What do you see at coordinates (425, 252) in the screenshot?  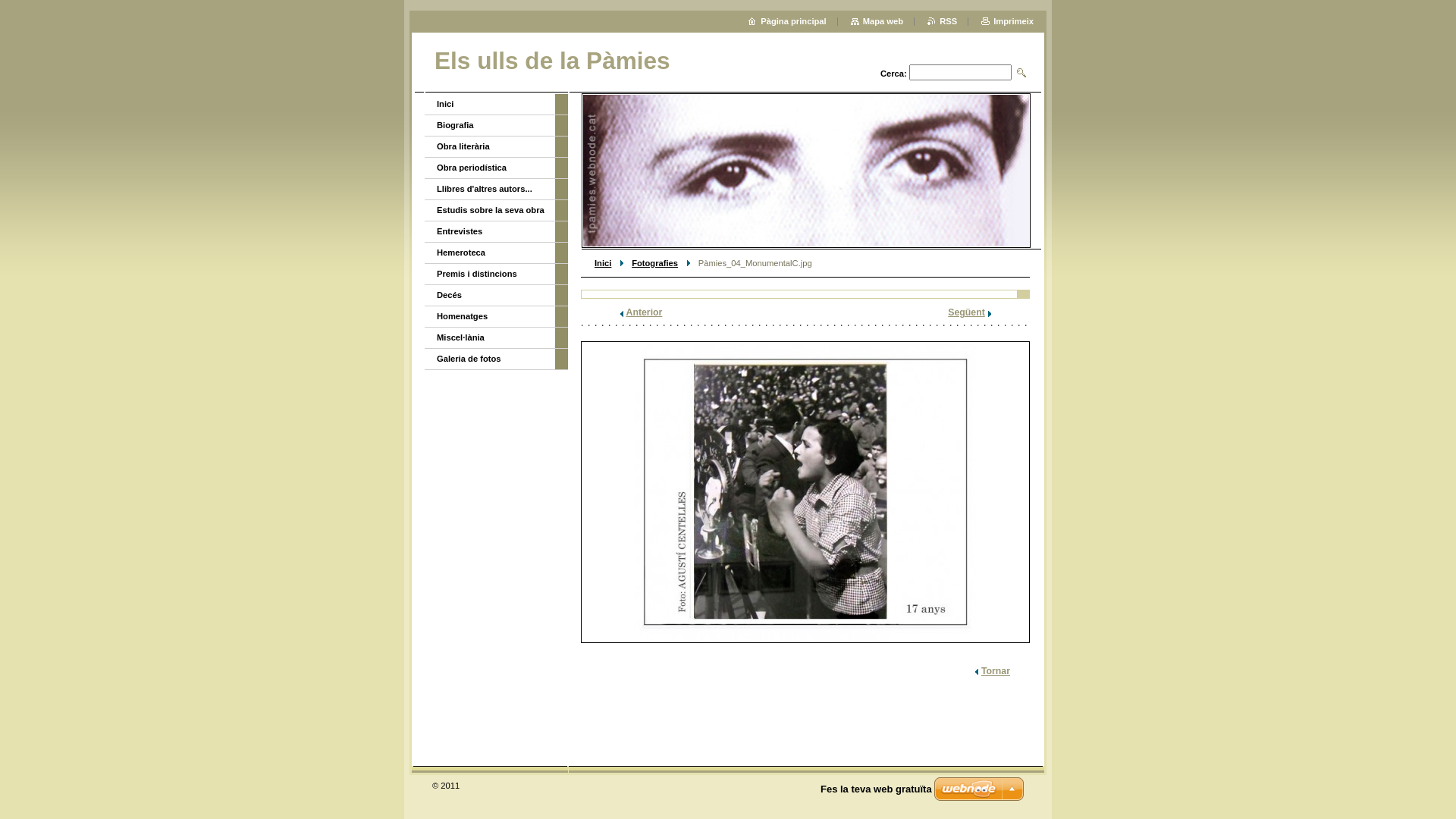 I see `'Hemeroteca'` at bounding box center [425, 252].